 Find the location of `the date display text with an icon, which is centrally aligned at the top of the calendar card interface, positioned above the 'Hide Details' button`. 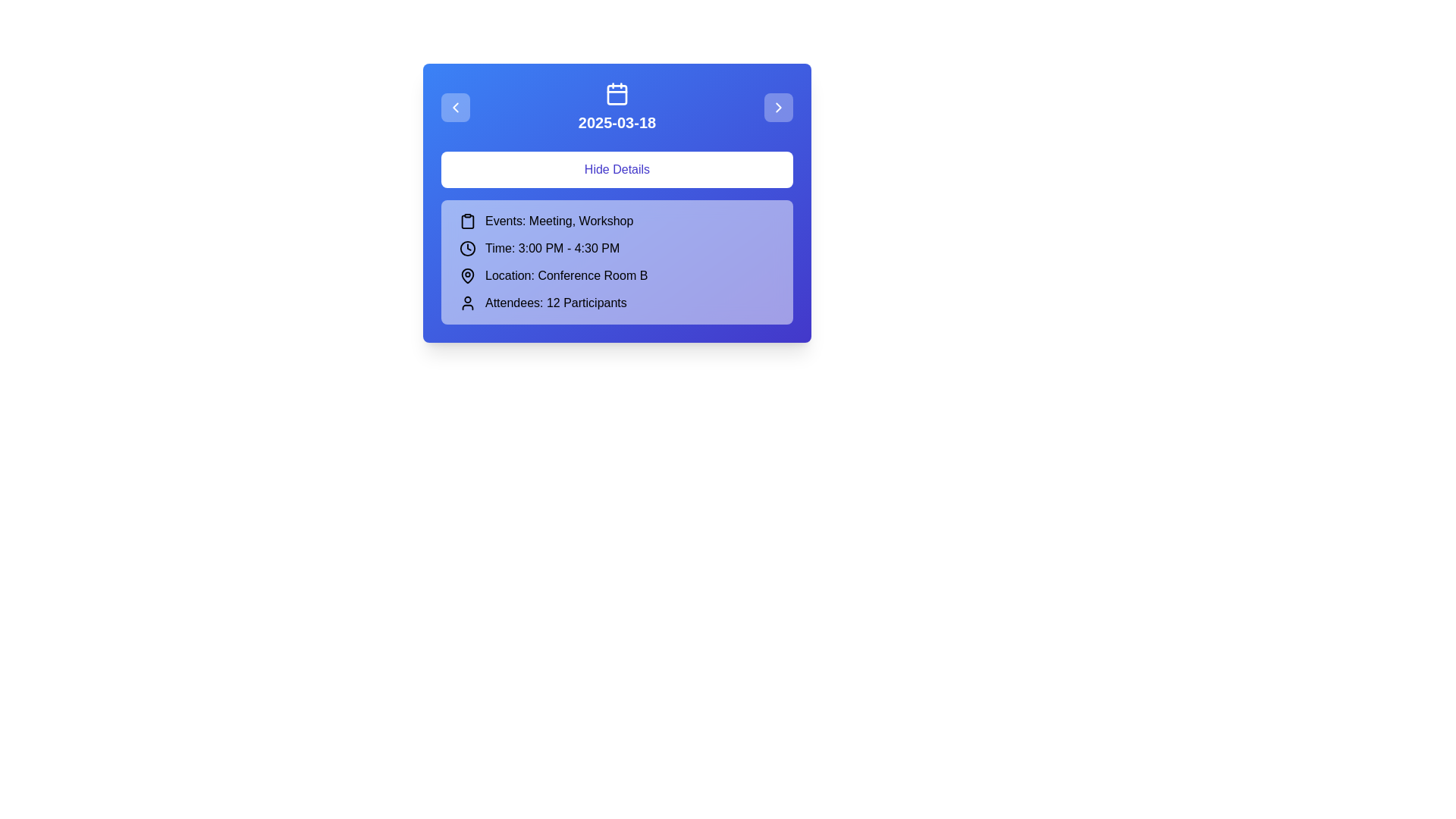

the date display text with an icon, which is centrally aligned at the top of the calendar card interface, positioned above the 'Hide Details' button is located at coordinates (617, 107).